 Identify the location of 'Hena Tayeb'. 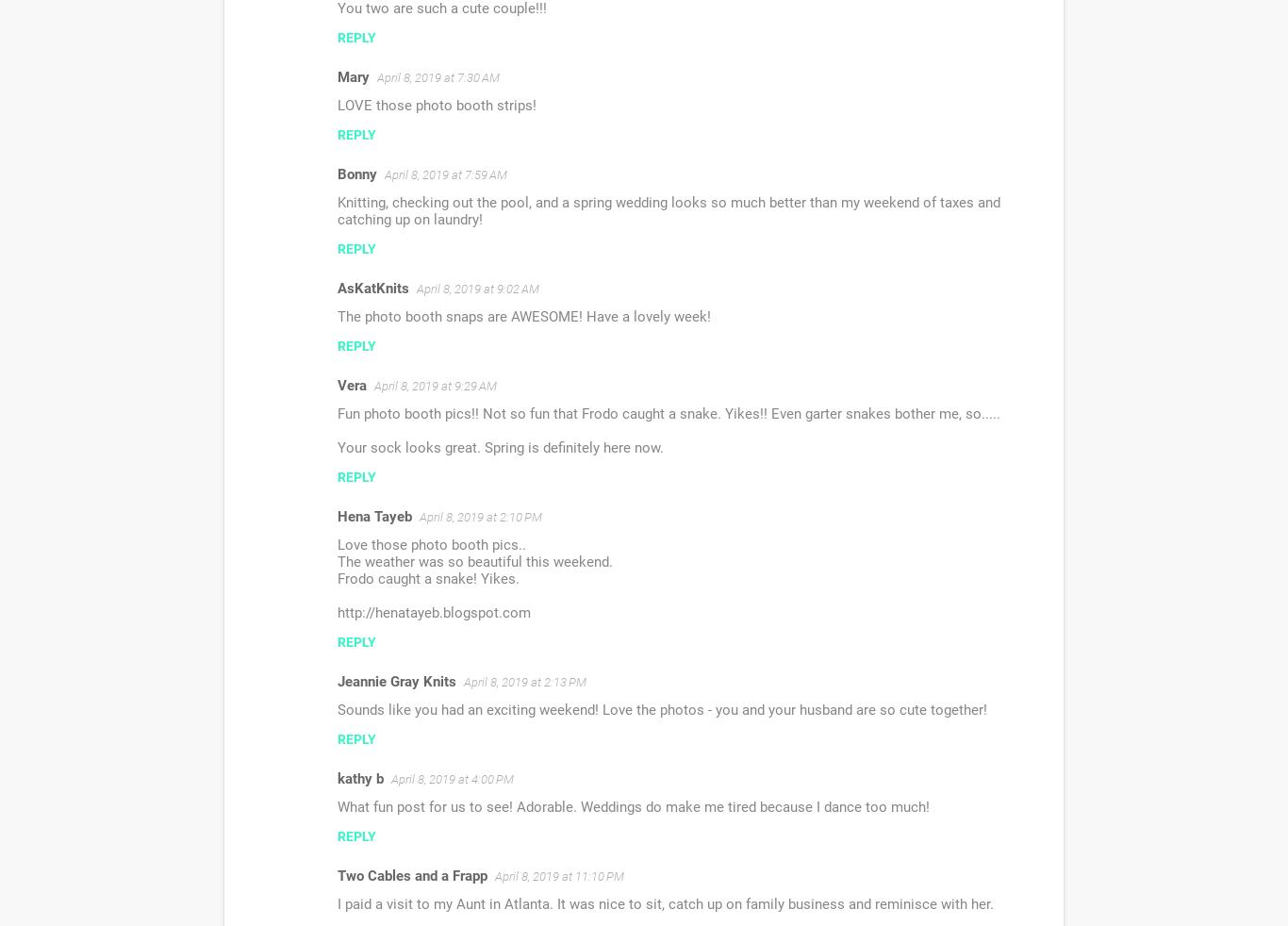
(373, 515).